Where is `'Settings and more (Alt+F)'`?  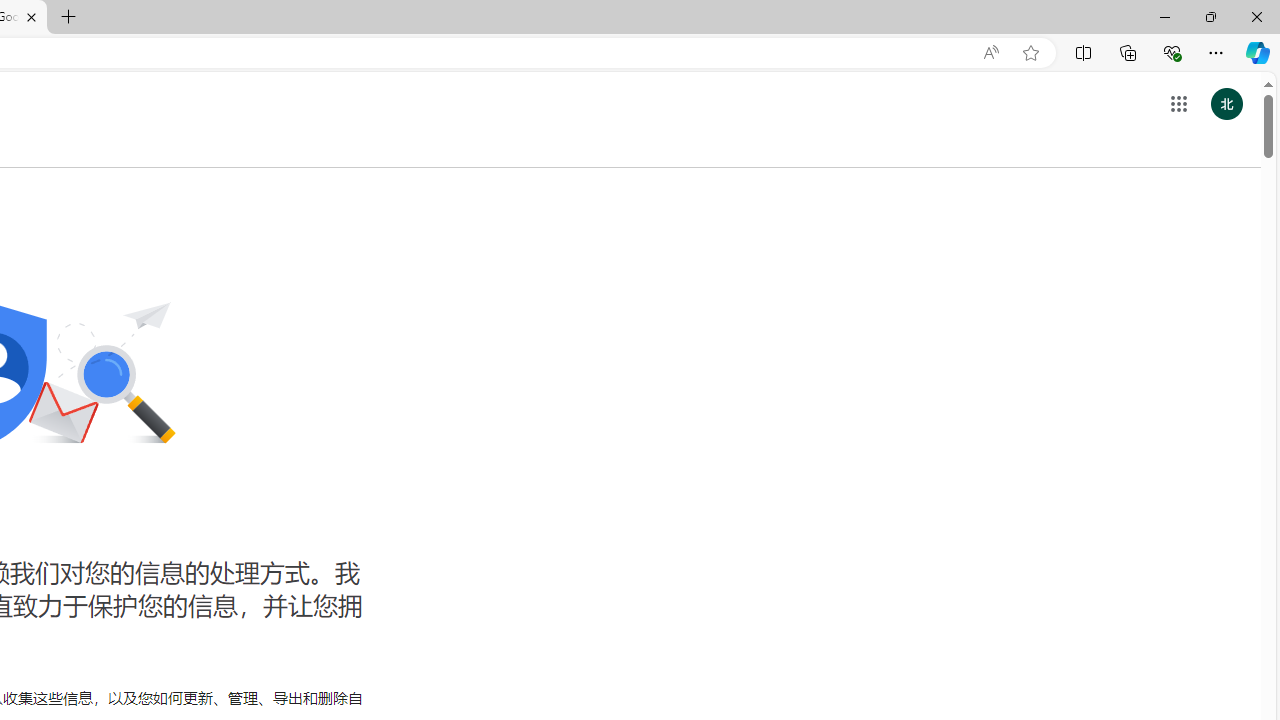 'Settings and more (Alt+F)' is located at coordinates (1215, 51).